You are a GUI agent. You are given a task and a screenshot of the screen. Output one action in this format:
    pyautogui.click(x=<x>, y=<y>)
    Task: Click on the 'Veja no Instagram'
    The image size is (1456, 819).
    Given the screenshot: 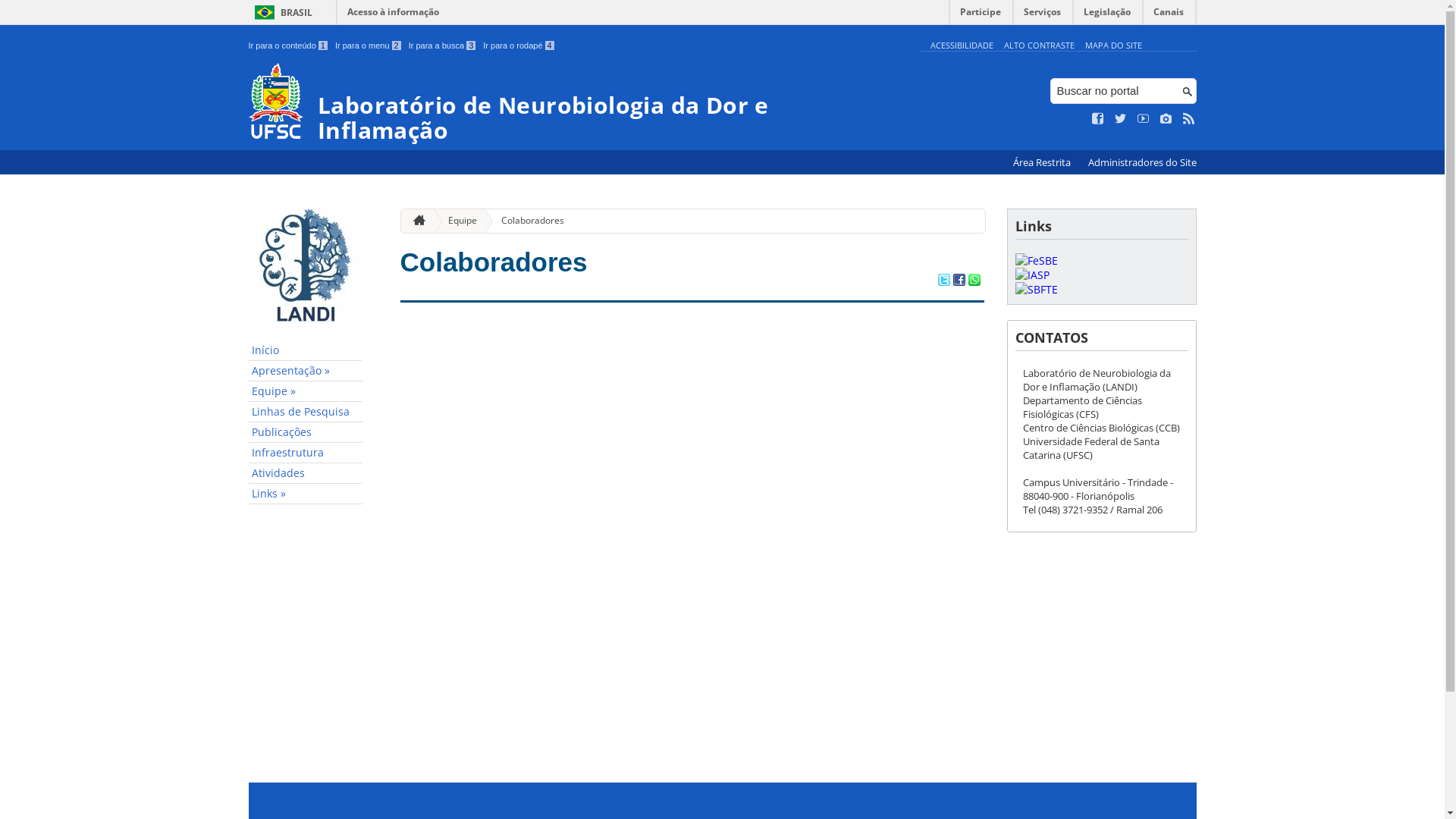 What is the action you would take?
    pyautogui.click(x=1165, y=118)
    